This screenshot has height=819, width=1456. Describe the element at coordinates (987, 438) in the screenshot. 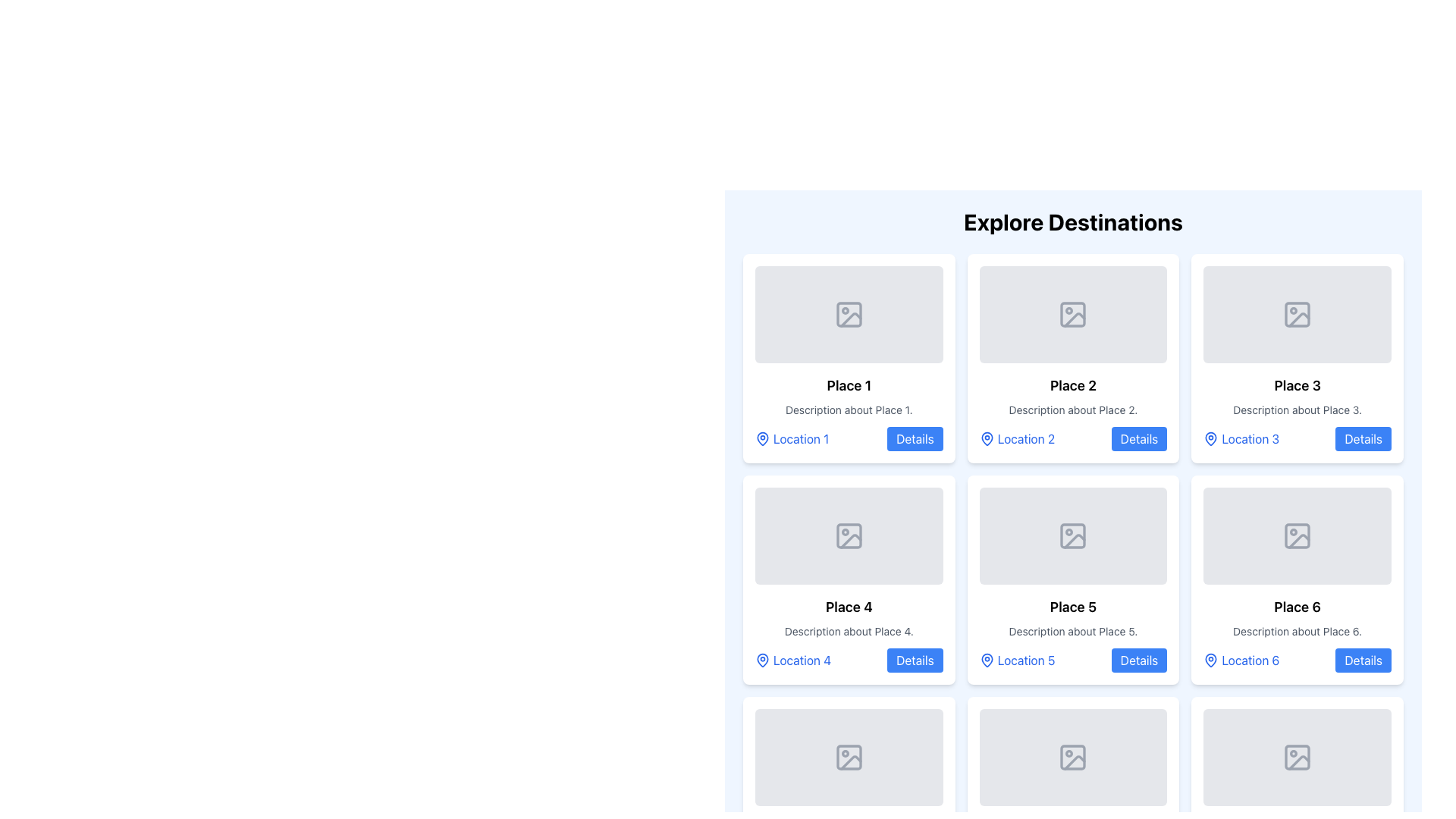

I see `the map pin icon located in the 'Place 2' section, right above the text 'Location 2' in the second column of the 'Explore Destinations' grid` at that location.